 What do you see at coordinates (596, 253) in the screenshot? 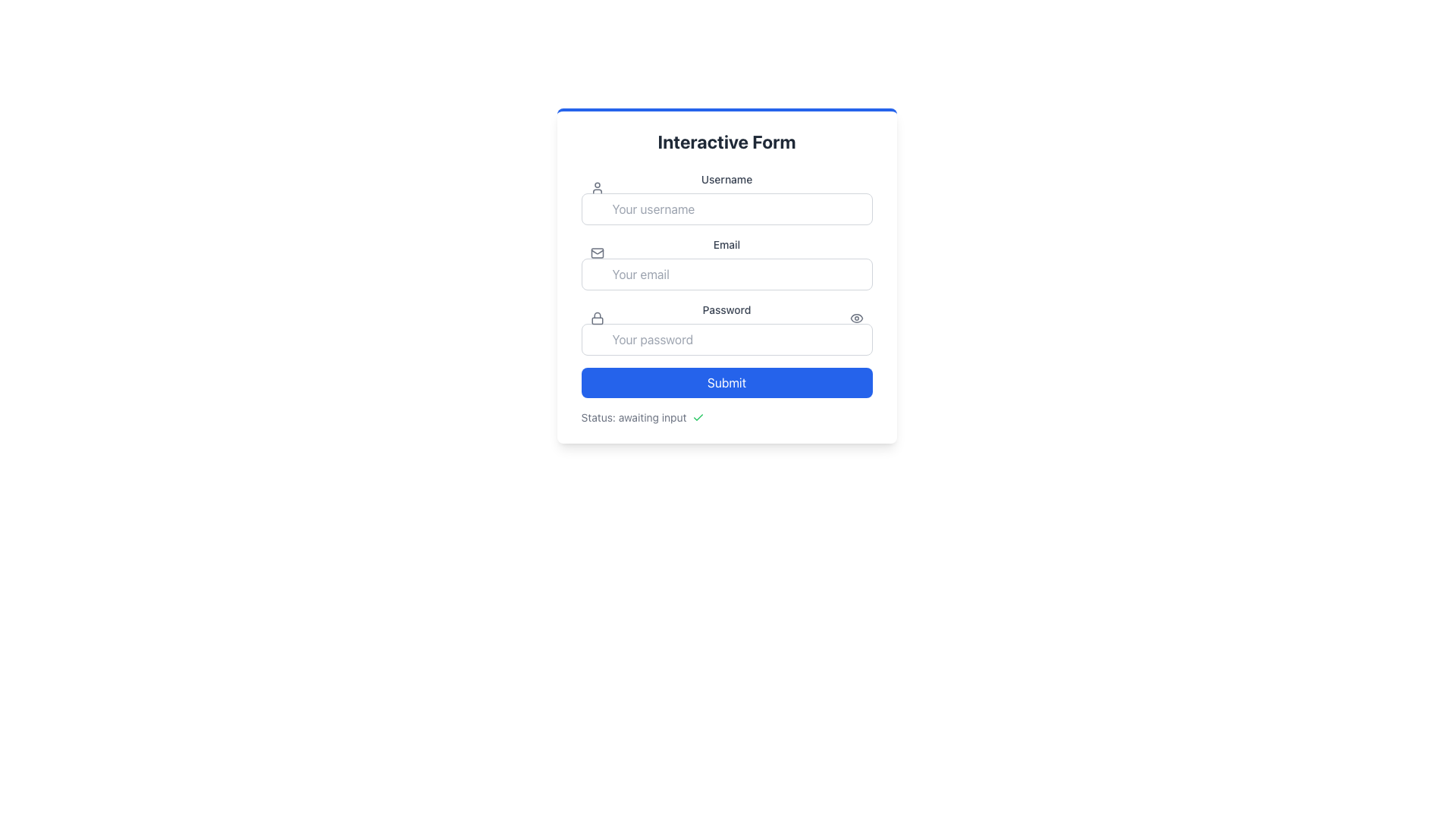
I see `the envelope icon in the 'Email' section of the form, which is styled as an SVG graphic and is located to the left of the 'Your email' input field` at bounding box center [596, 253].